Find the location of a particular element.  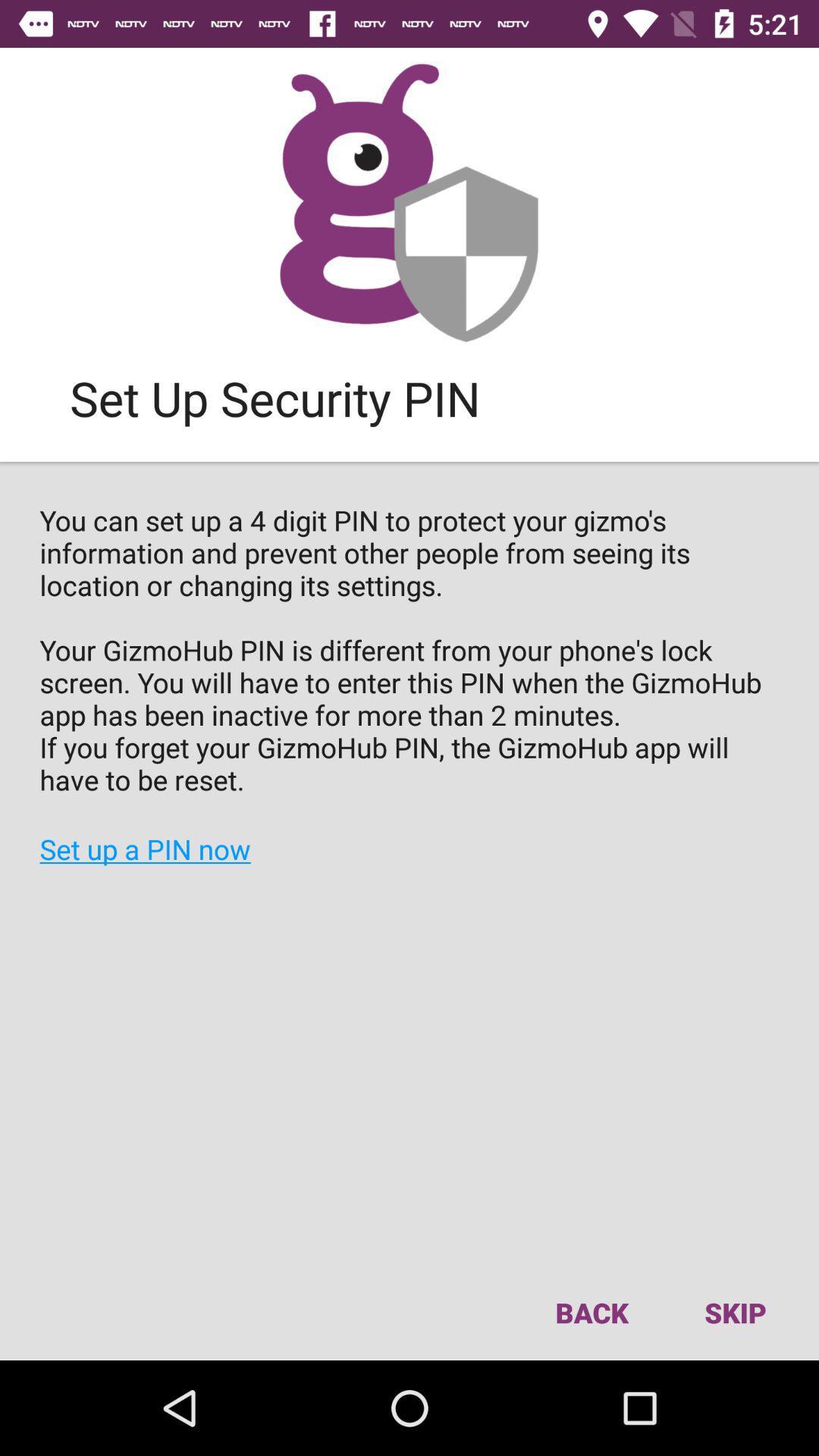

item below you can set item is located at coordinates (734, 1312).